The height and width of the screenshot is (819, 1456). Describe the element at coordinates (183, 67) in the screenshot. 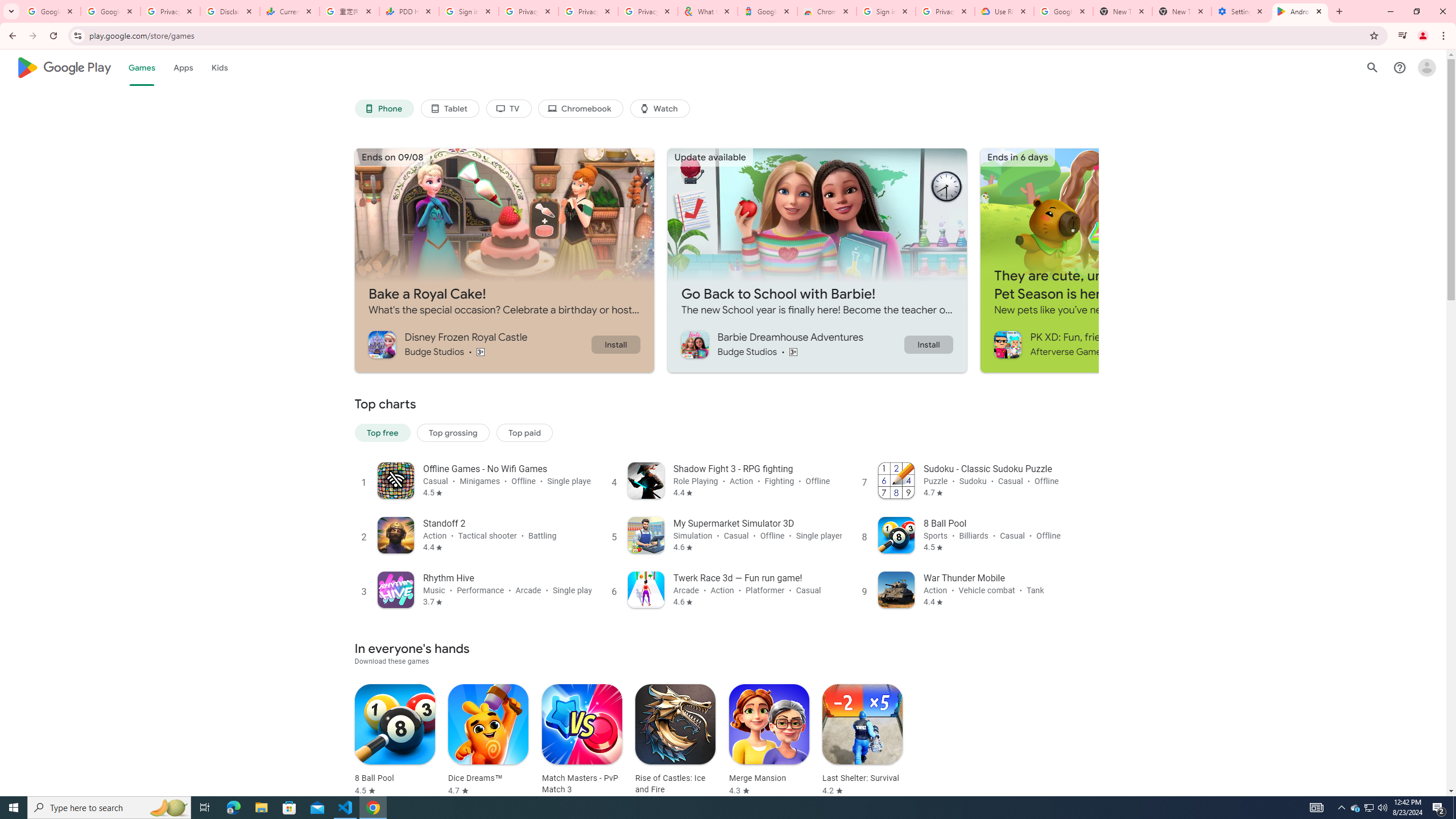

I see `'Apps'` at that location.